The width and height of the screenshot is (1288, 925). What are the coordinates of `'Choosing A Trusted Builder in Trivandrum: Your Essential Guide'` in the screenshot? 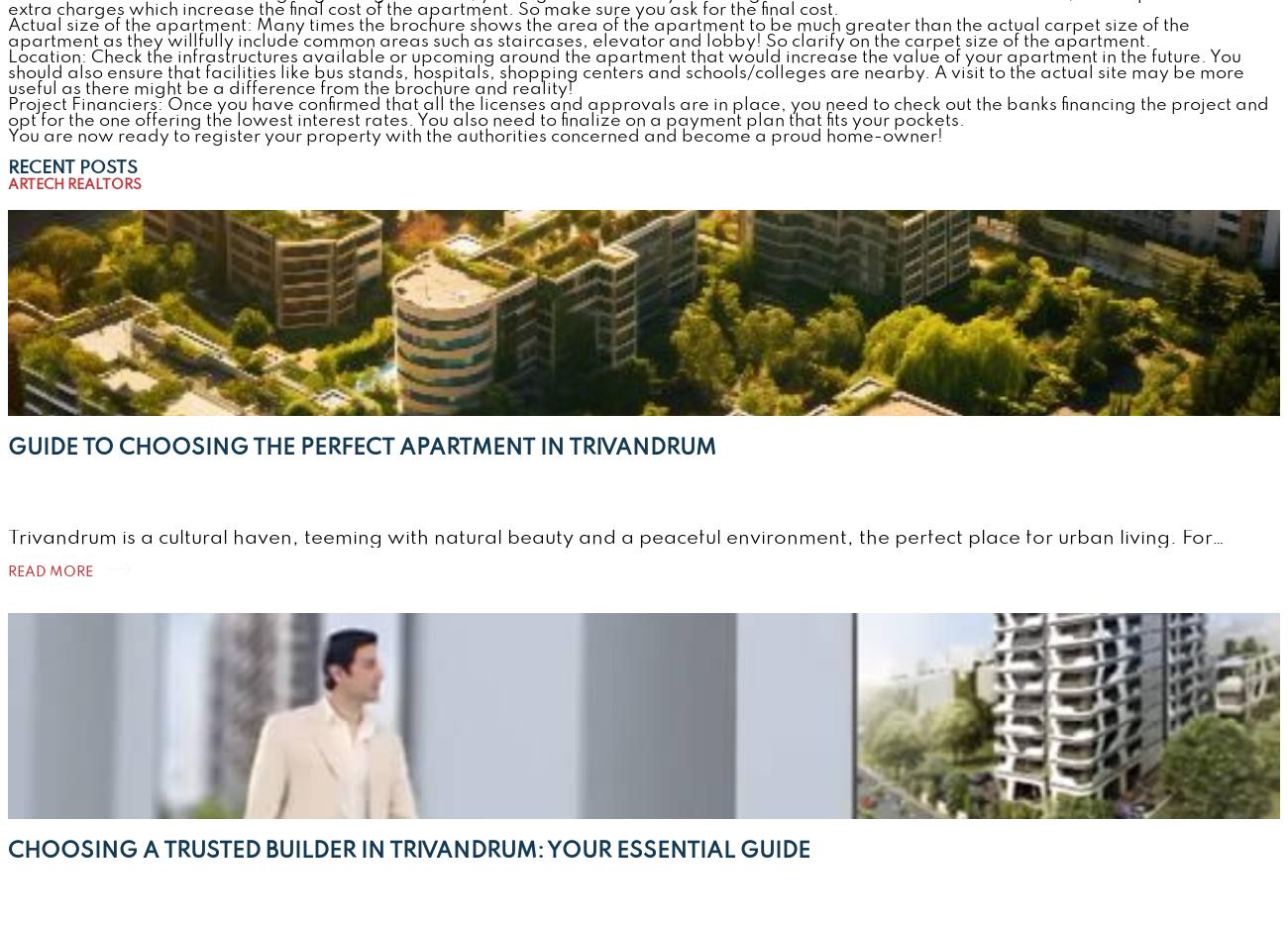 It's located at (409, 849).